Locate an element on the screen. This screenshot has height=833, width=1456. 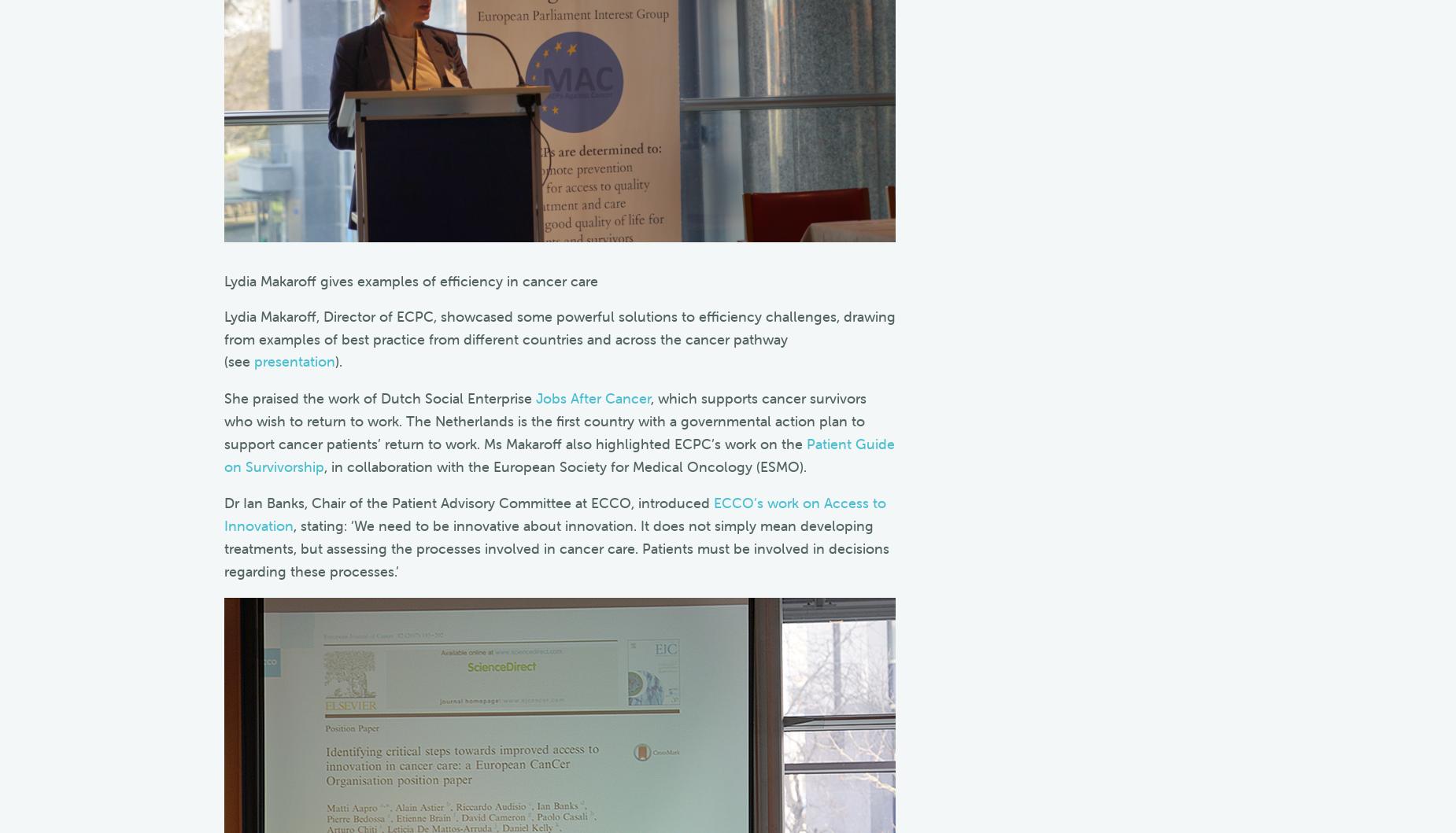
'She praised the work of Dutch Social Enterprise' is located at coordinates (379, 398).